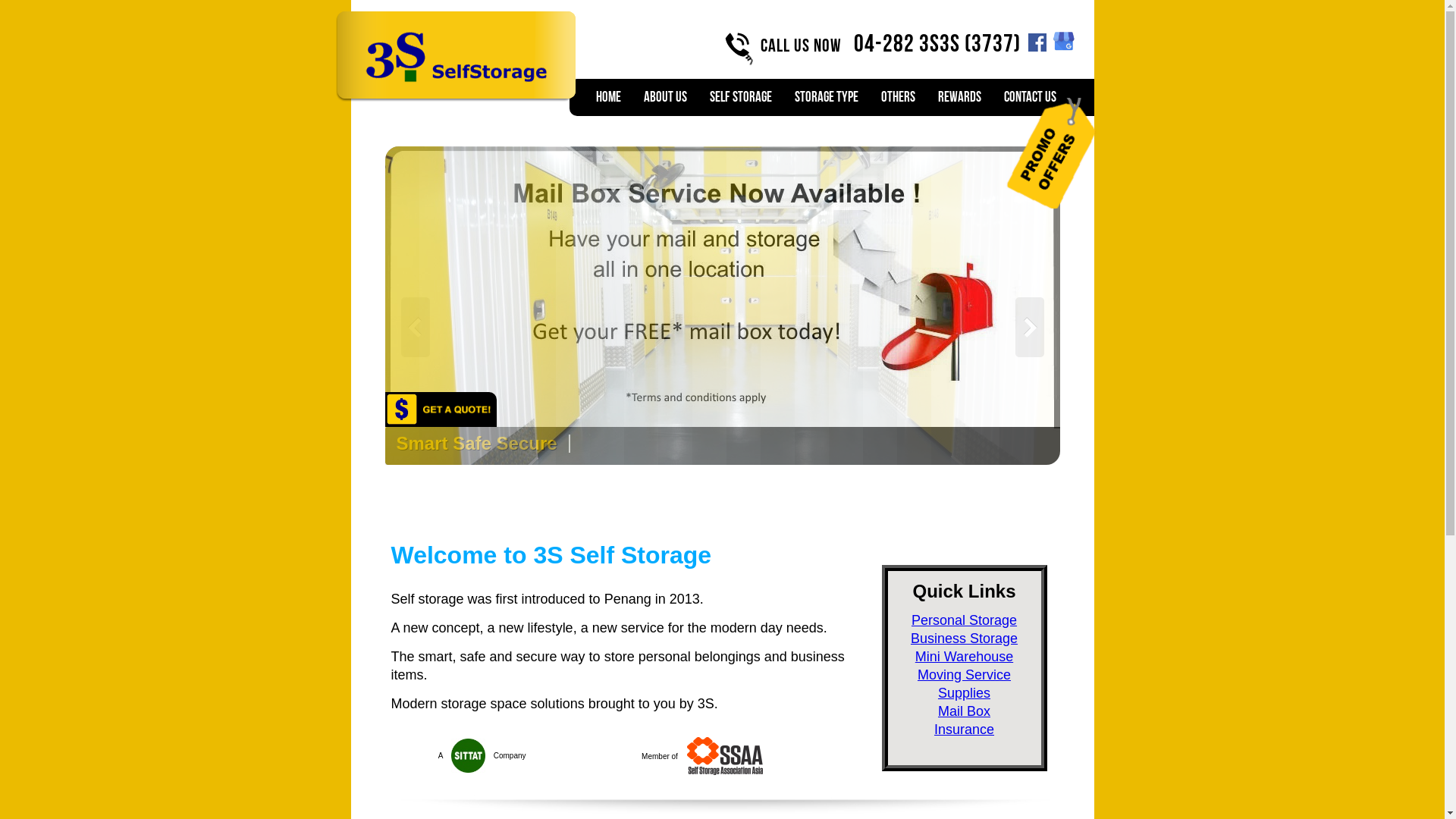  What do you see at coordinates (963, 711) in the screenshot?
I see `'Mail Box'` at bounding box center [963, 711].